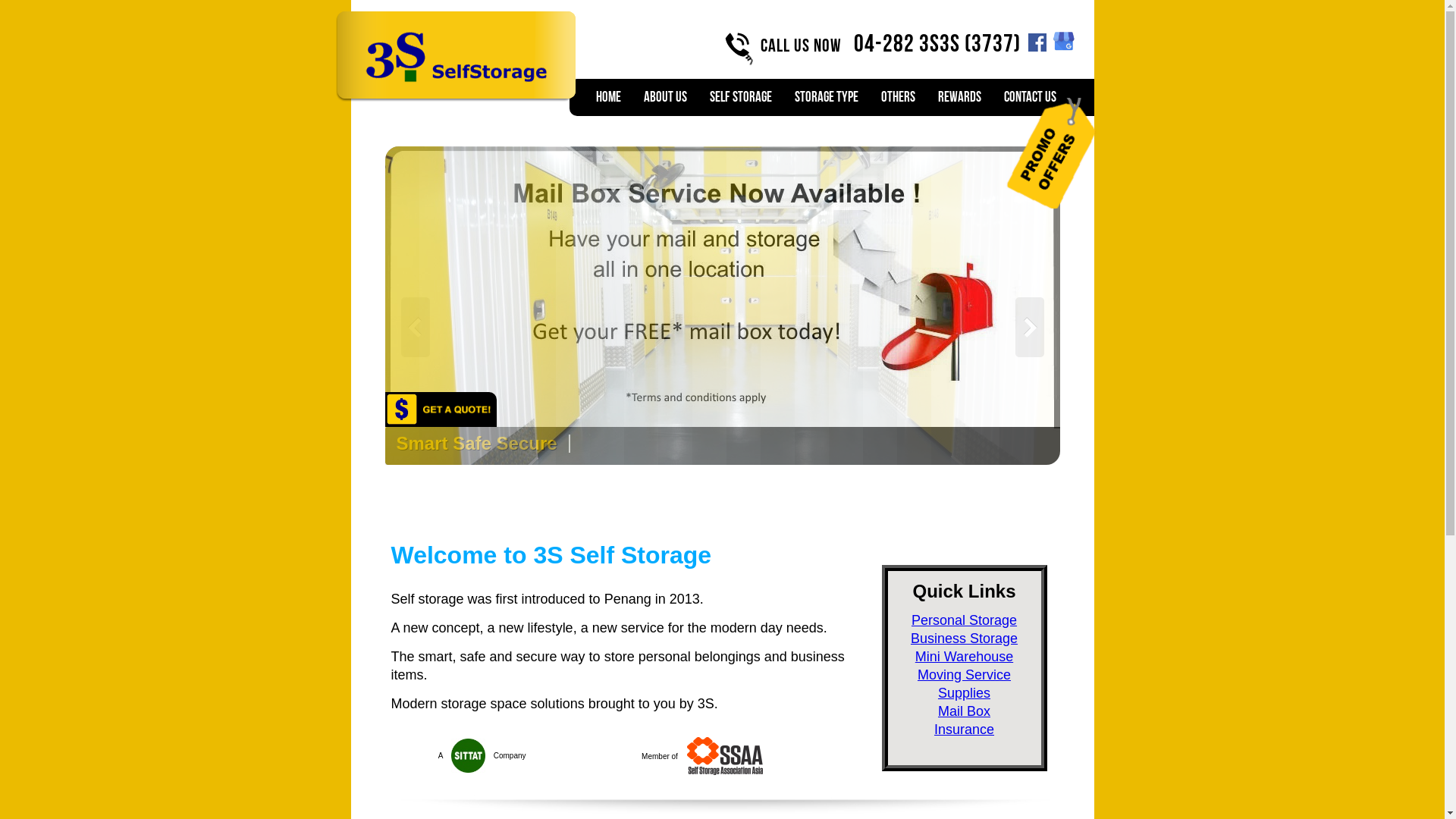  What do you see at coordinates (963, 711) in the screenshot?
I see `'Mail Box'` at bounding box center [963, 711].